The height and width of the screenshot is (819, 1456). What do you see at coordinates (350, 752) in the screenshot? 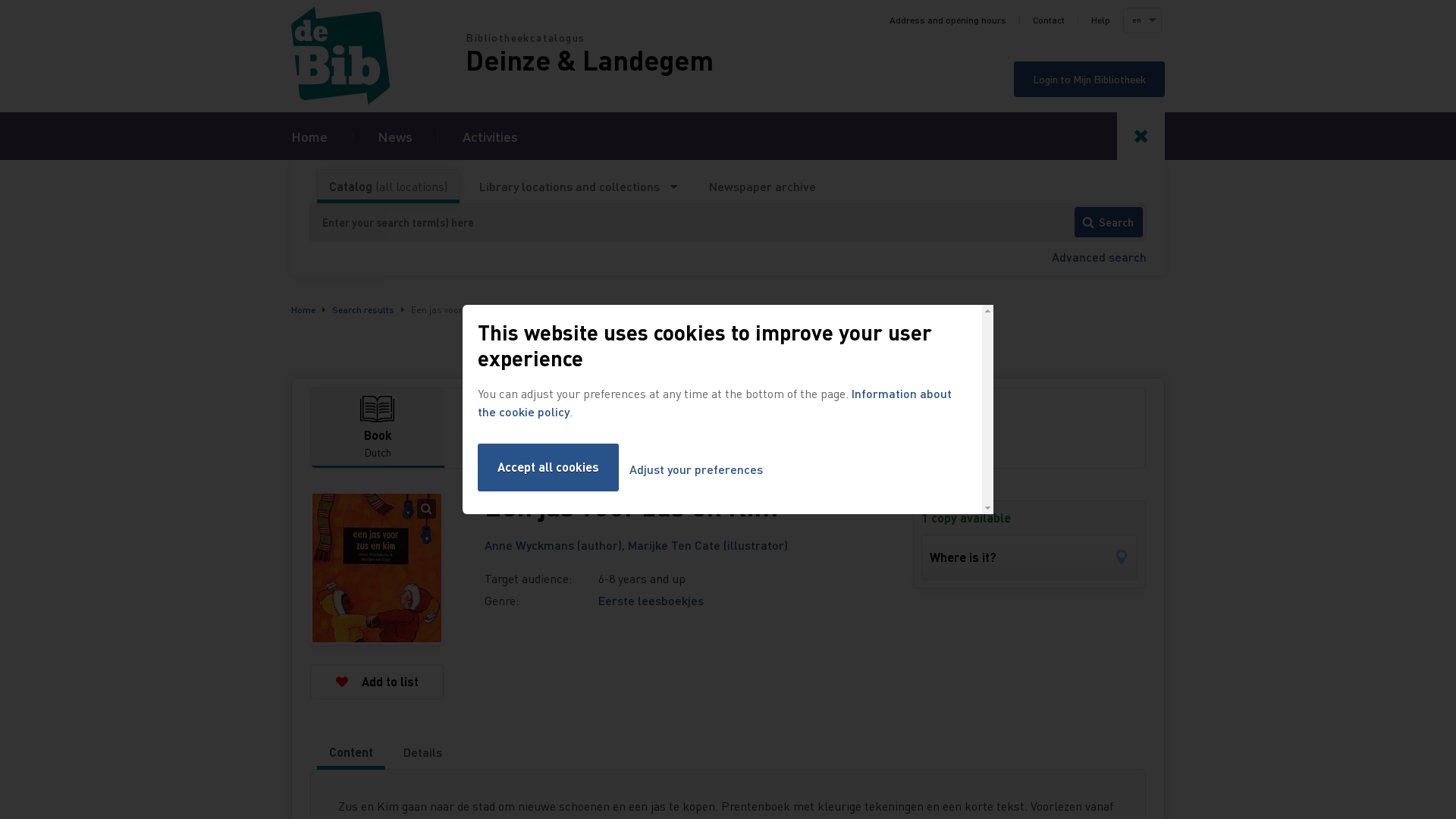
I see `'Content'` at bounding box center [350, 752].